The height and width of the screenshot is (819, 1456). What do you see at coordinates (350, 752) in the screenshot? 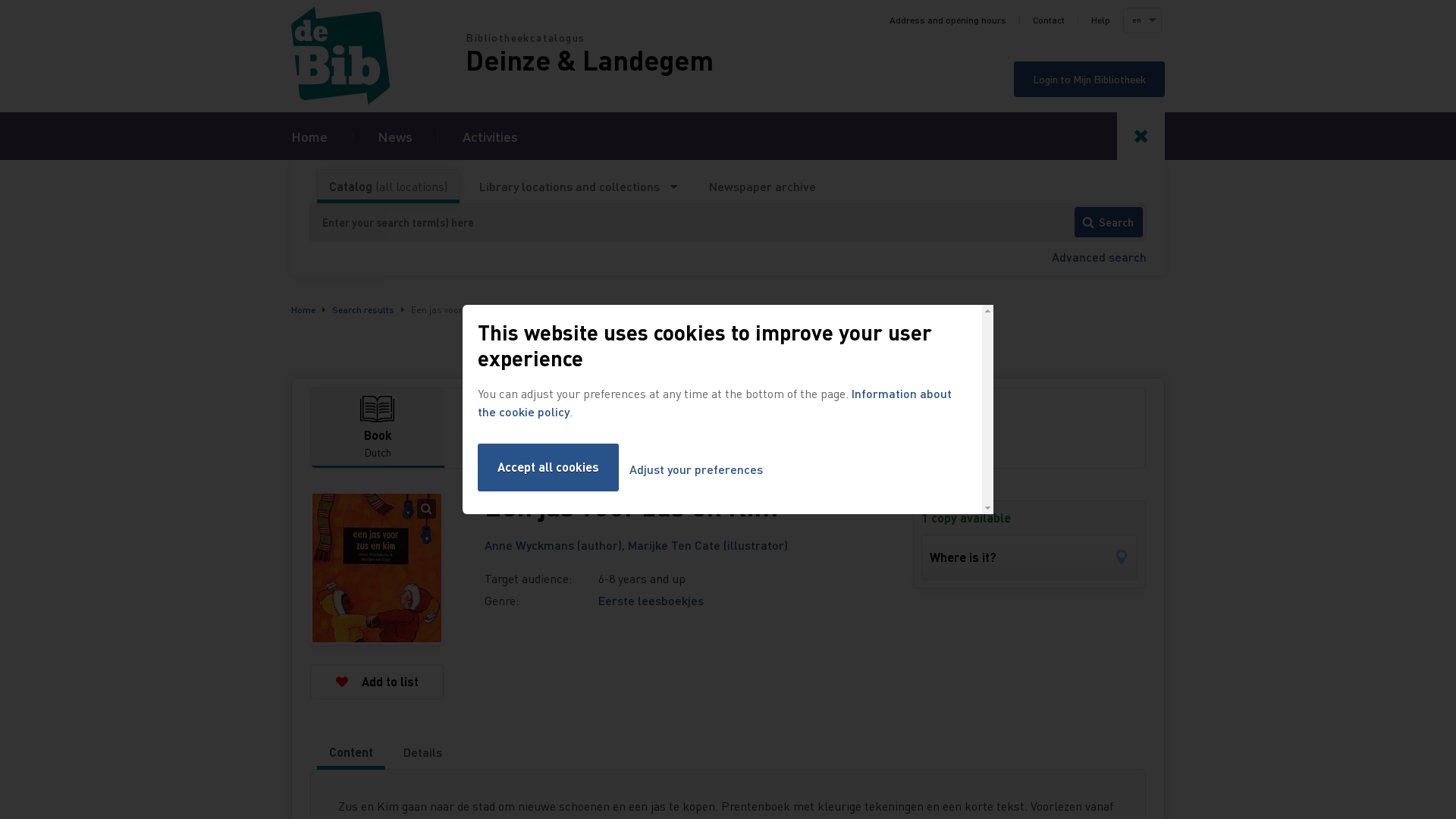
I see `'Content'` at bounding box center [350, 752].